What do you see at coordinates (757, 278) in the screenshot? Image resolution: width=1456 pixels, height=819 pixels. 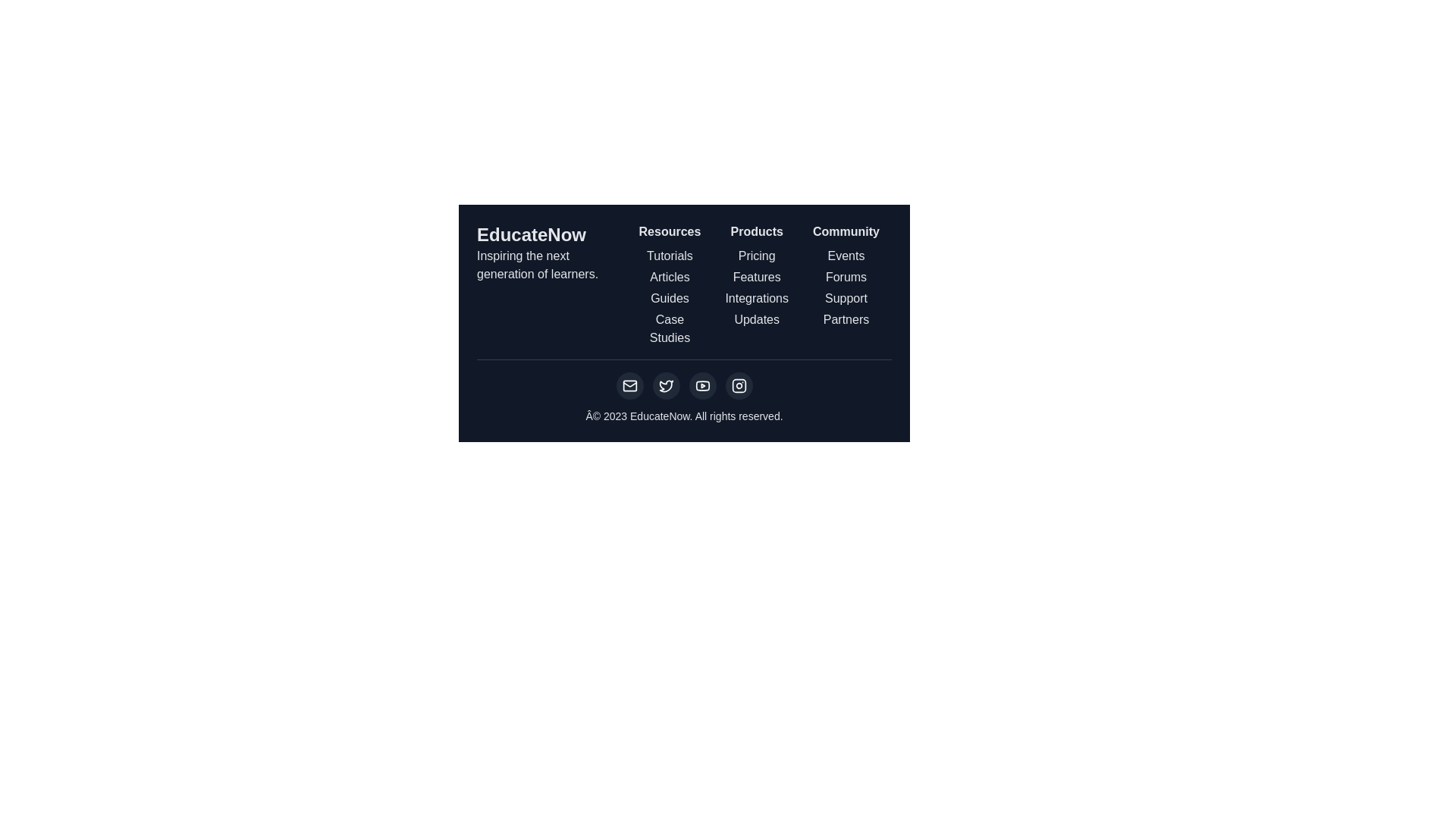 I see `the 'Features' hyperlink, which is the second item in the vertical list under the 'Products' column` at bounding box center [757, 278].